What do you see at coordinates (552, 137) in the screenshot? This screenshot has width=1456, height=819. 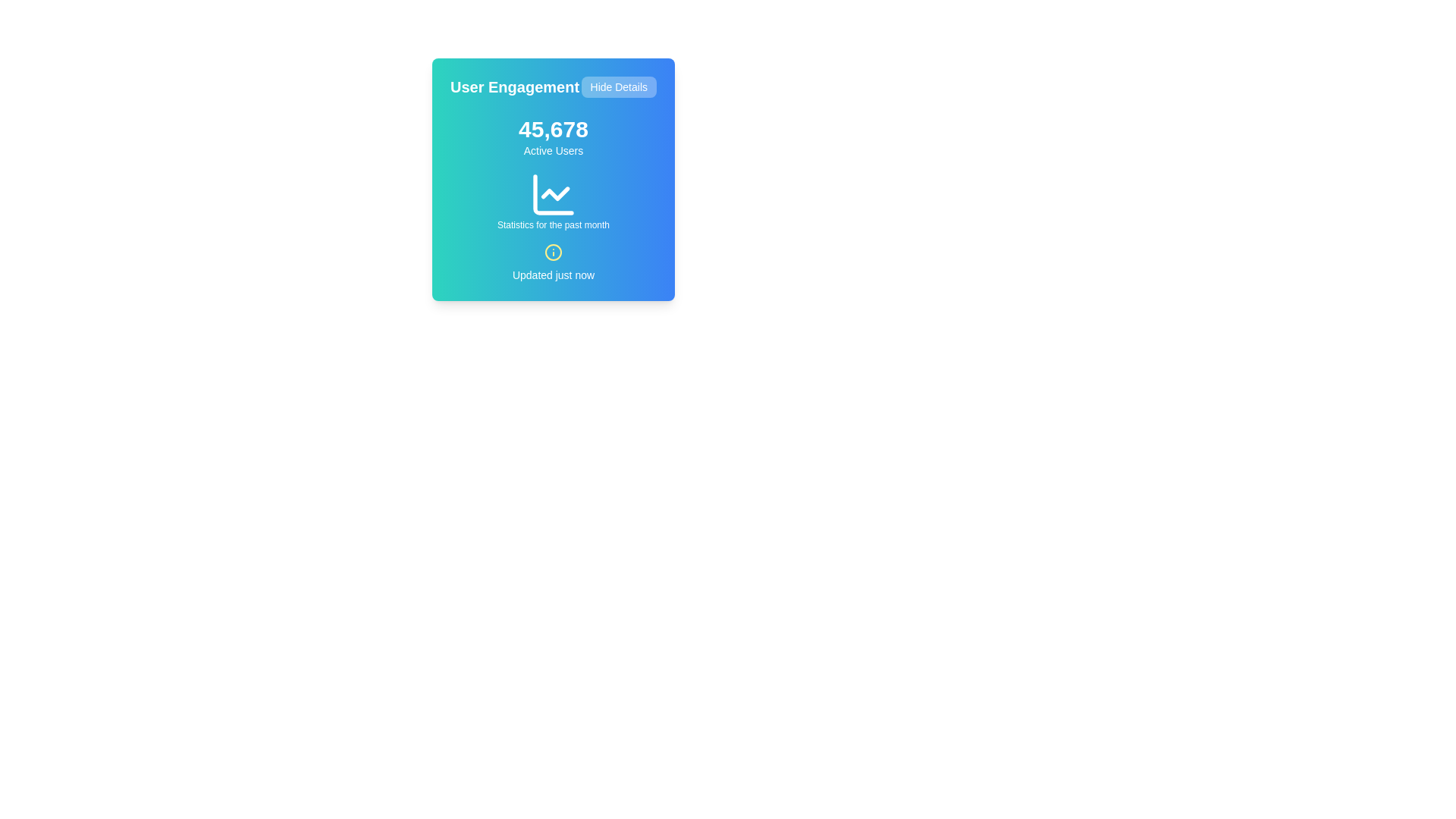 I see `the Text Display element that shows the active user count, located within the 'User Engagement' card at the top-center, beneath the title and 'Hide Details' button` at bounding box center [552, 137].